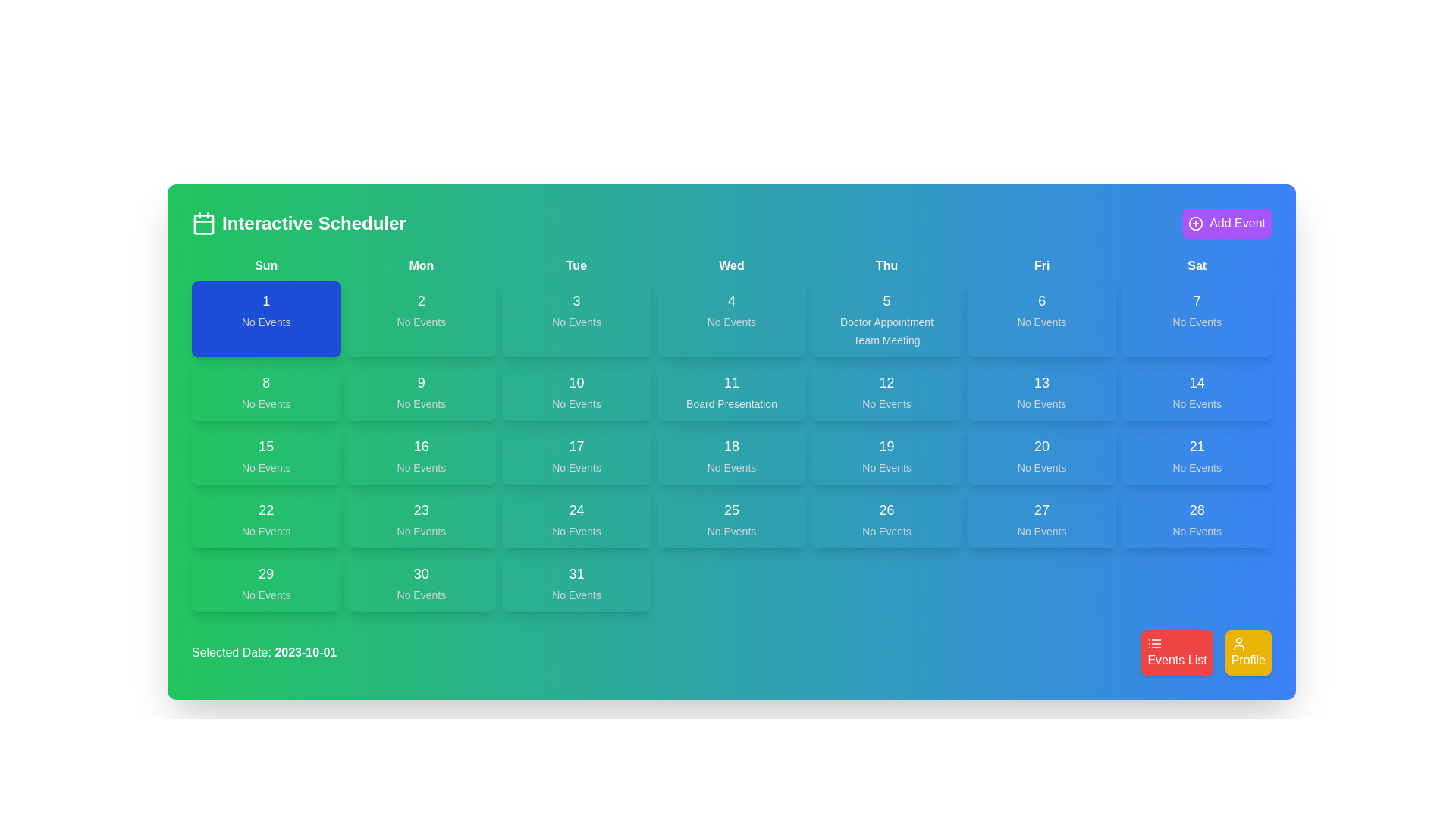 The height and width of the screenshot is (819, 1456). I want to click on the static text indicator displaying 'No Events', which is located below the bold number '26' in the calendar interface, so click(886, 531).